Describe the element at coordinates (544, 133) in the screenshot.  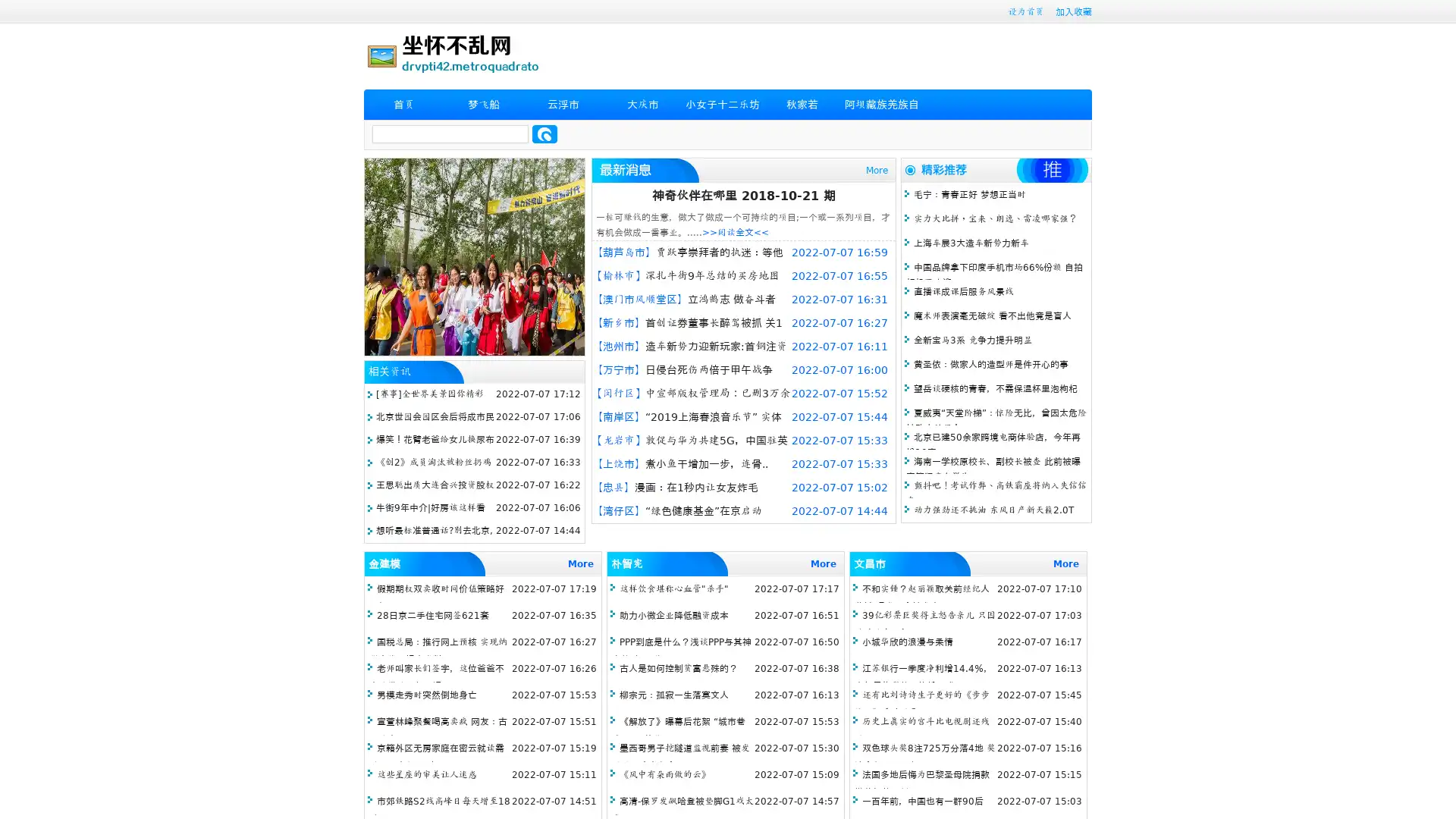
I see `Search` at that location.